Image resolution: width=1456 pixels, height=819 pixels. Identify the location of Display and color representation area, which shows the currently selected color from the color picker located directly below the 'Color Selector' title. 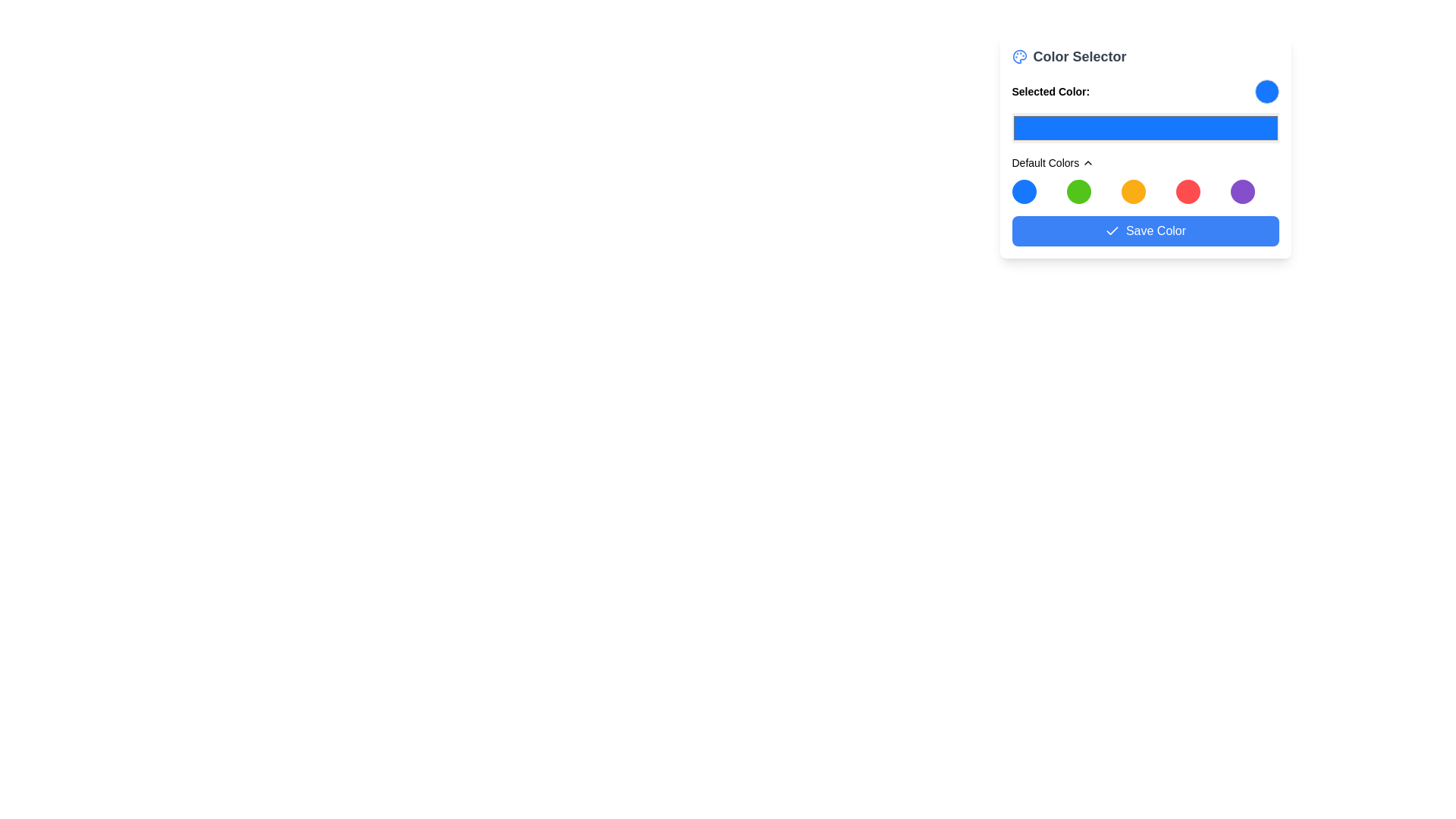
(1145, 91).